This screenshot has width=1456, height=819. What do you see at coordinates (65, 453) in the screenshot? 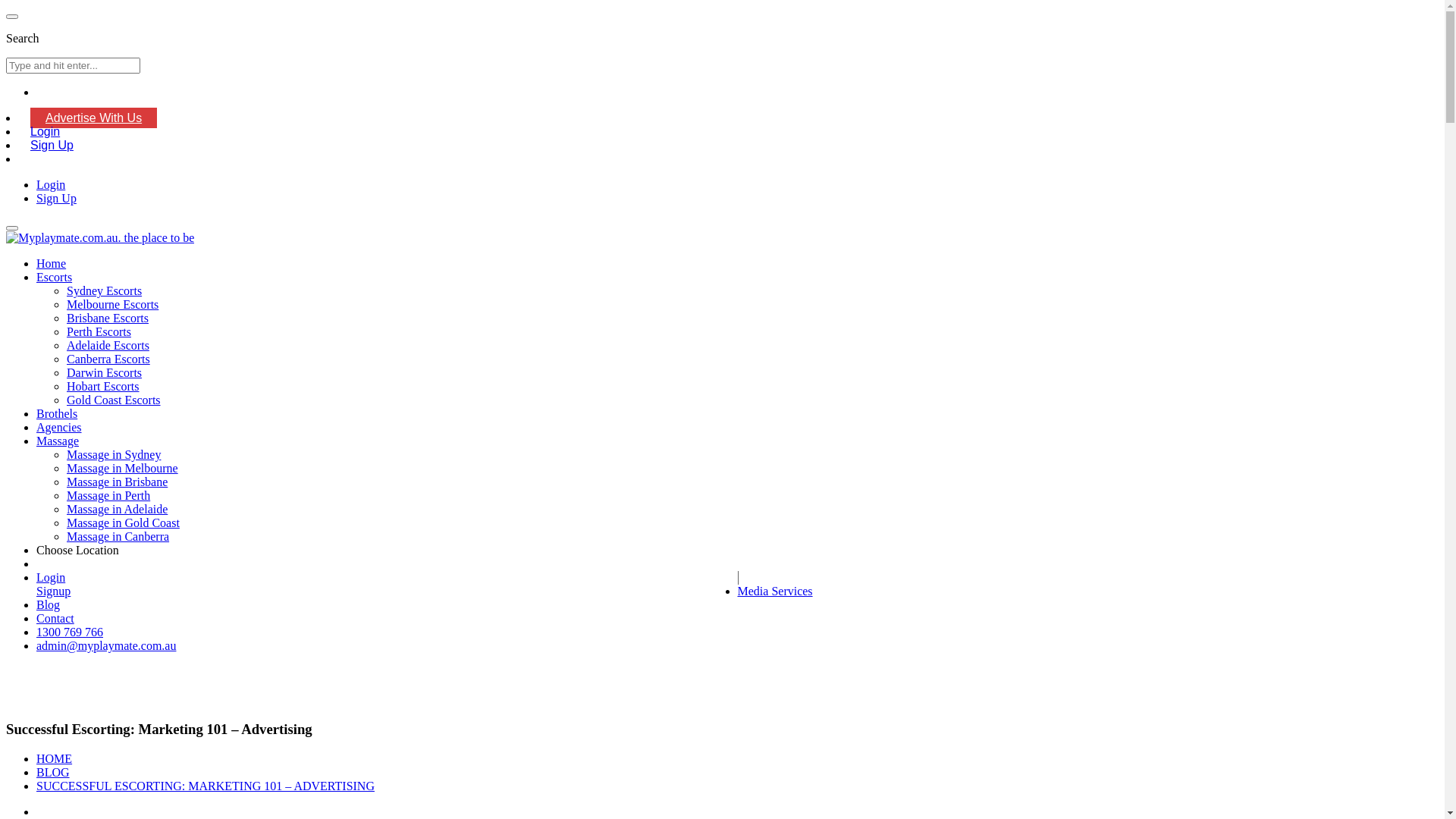
I see `'Massage in Sydney'` at bounding box center [65, 453].